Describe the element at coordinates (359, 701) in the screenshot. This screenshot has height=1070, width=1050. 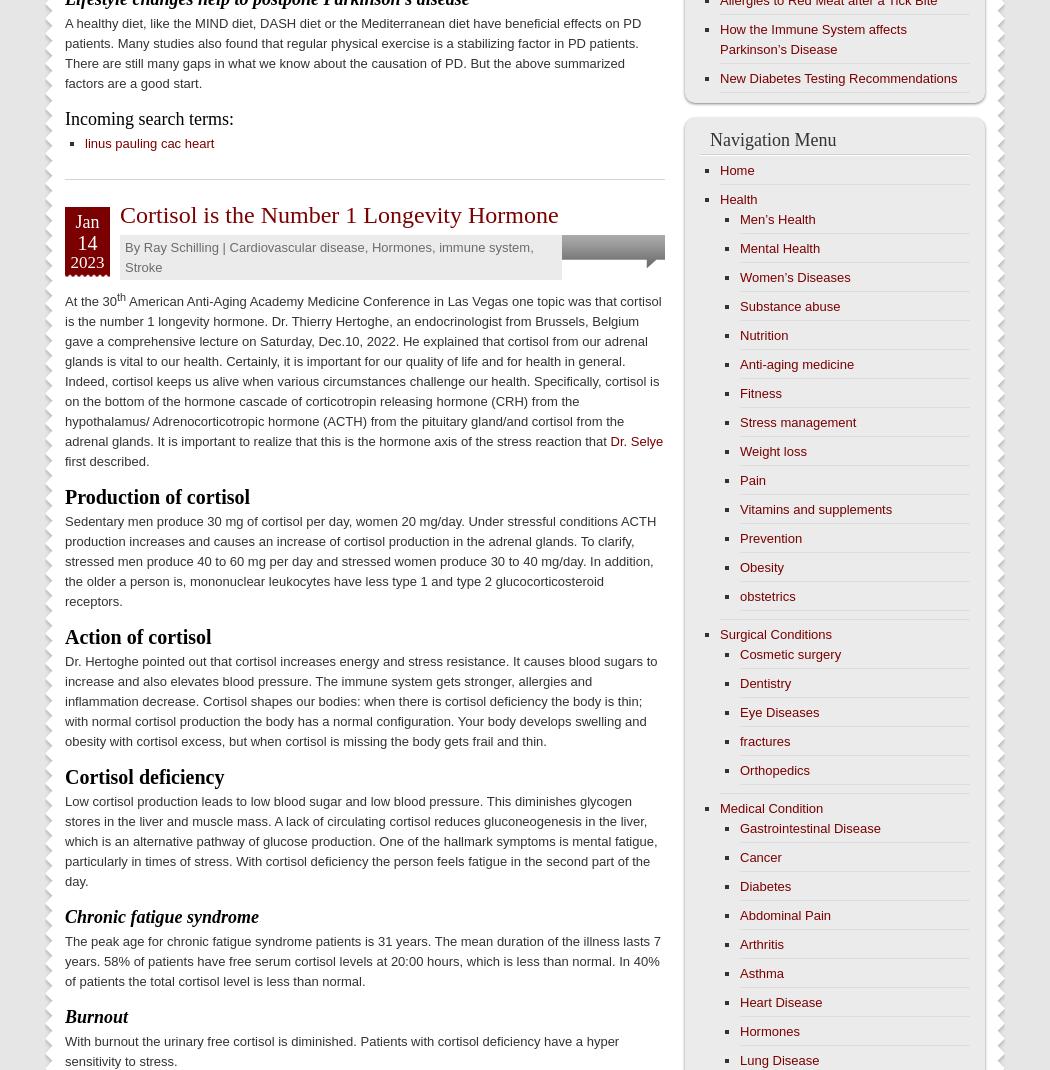
I see `'Dr. Hertoghe pointed out that cortisol increases energy and stress resistance. It causes blood sugars to increase and also elevates blood pressure. The immune system gets stronger, allergies and inflammation decrease. Cortisol shapes our bodies: when there is cortisol deficiency the body is thin; with normal cortisol production the body has a normal configuration. Your body develops swelling and obesity with cortisol excess, but when cortisol is missing the body gets frail and thin.'` at that location.